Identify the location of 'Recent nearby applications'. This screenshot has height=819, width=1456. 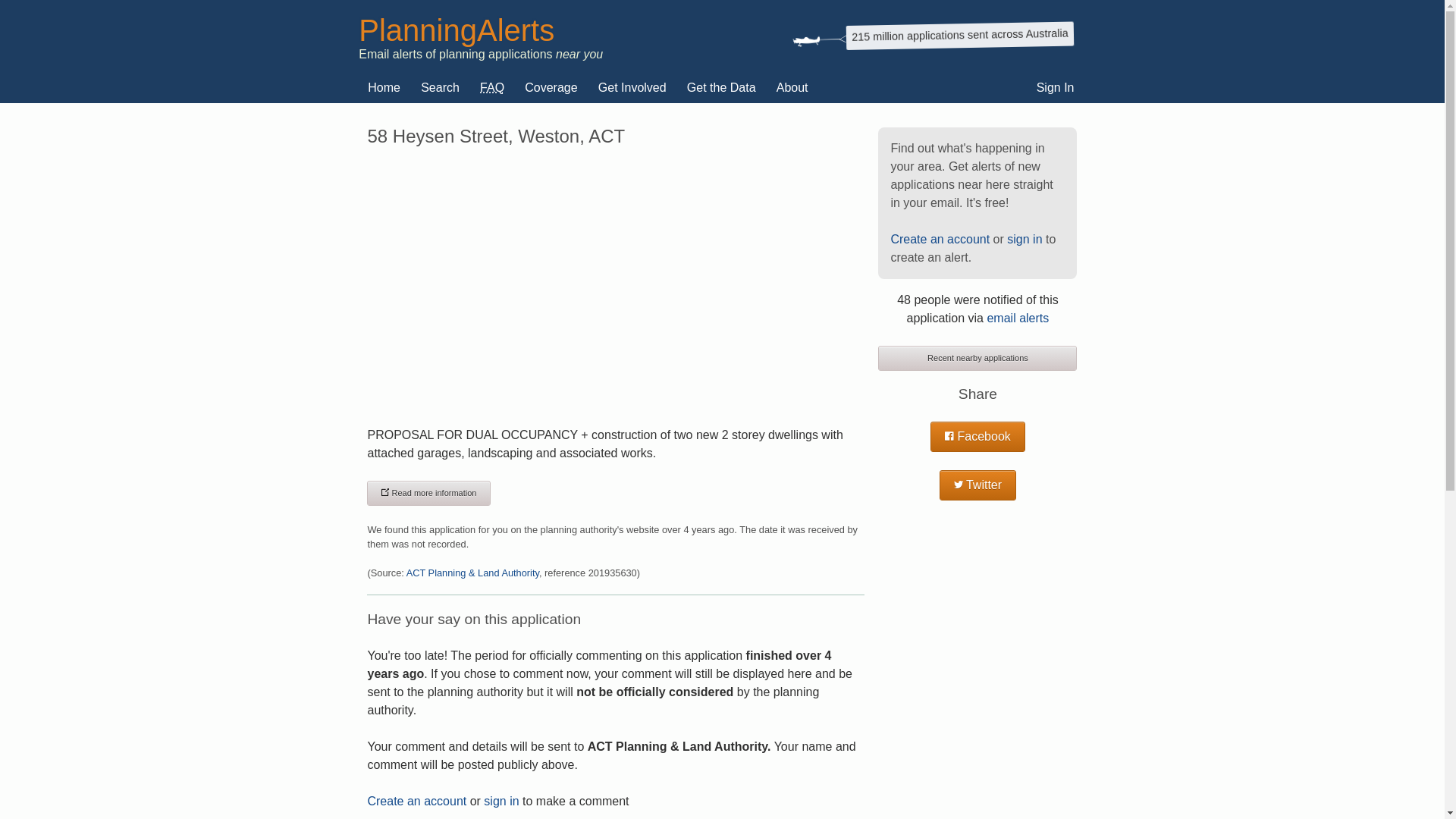
(977, 358).